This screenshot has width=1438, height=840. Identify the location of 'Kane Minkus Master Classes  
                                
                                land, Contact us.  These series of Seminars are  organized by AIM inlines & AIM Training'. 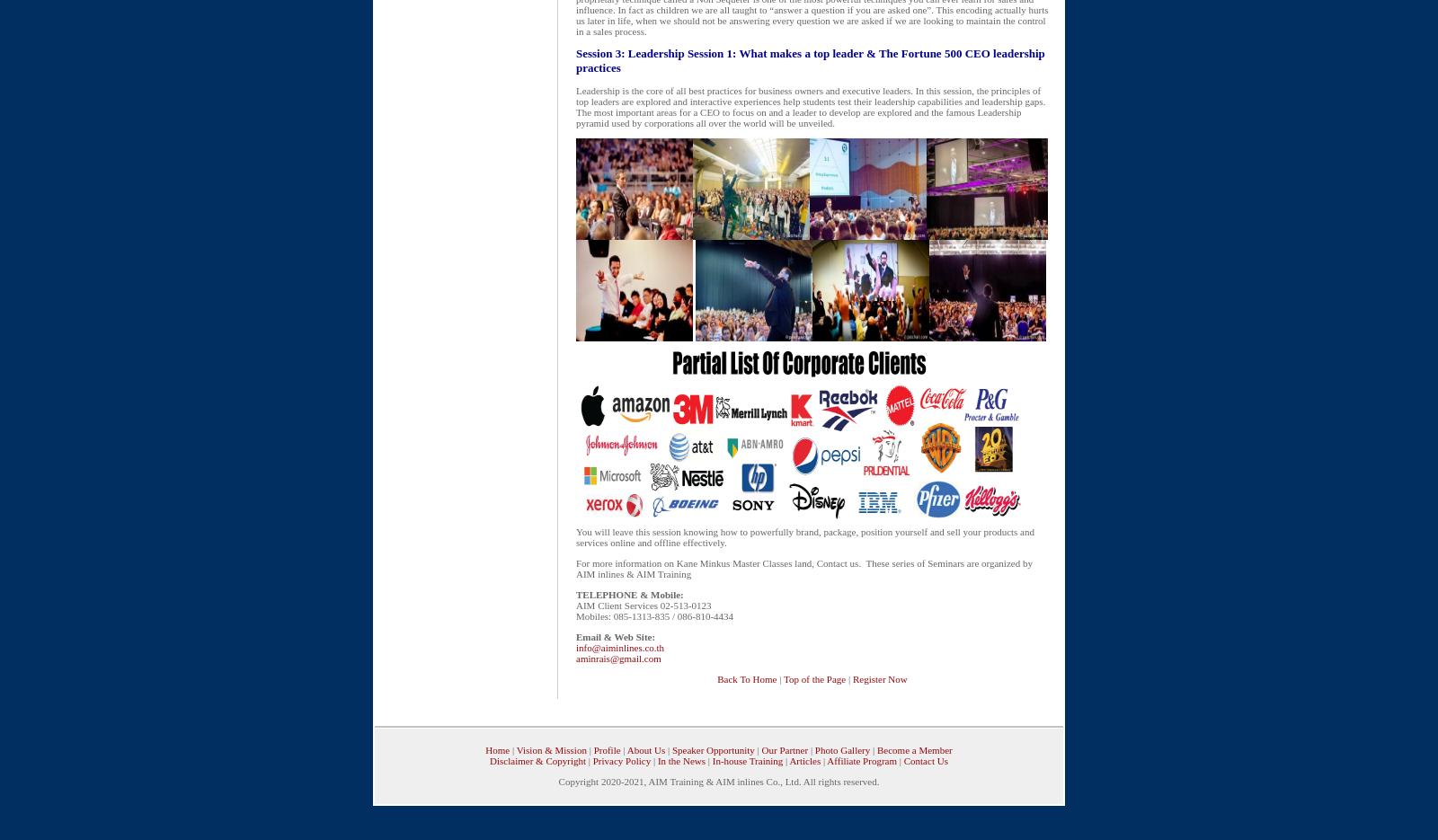
(803, 567).